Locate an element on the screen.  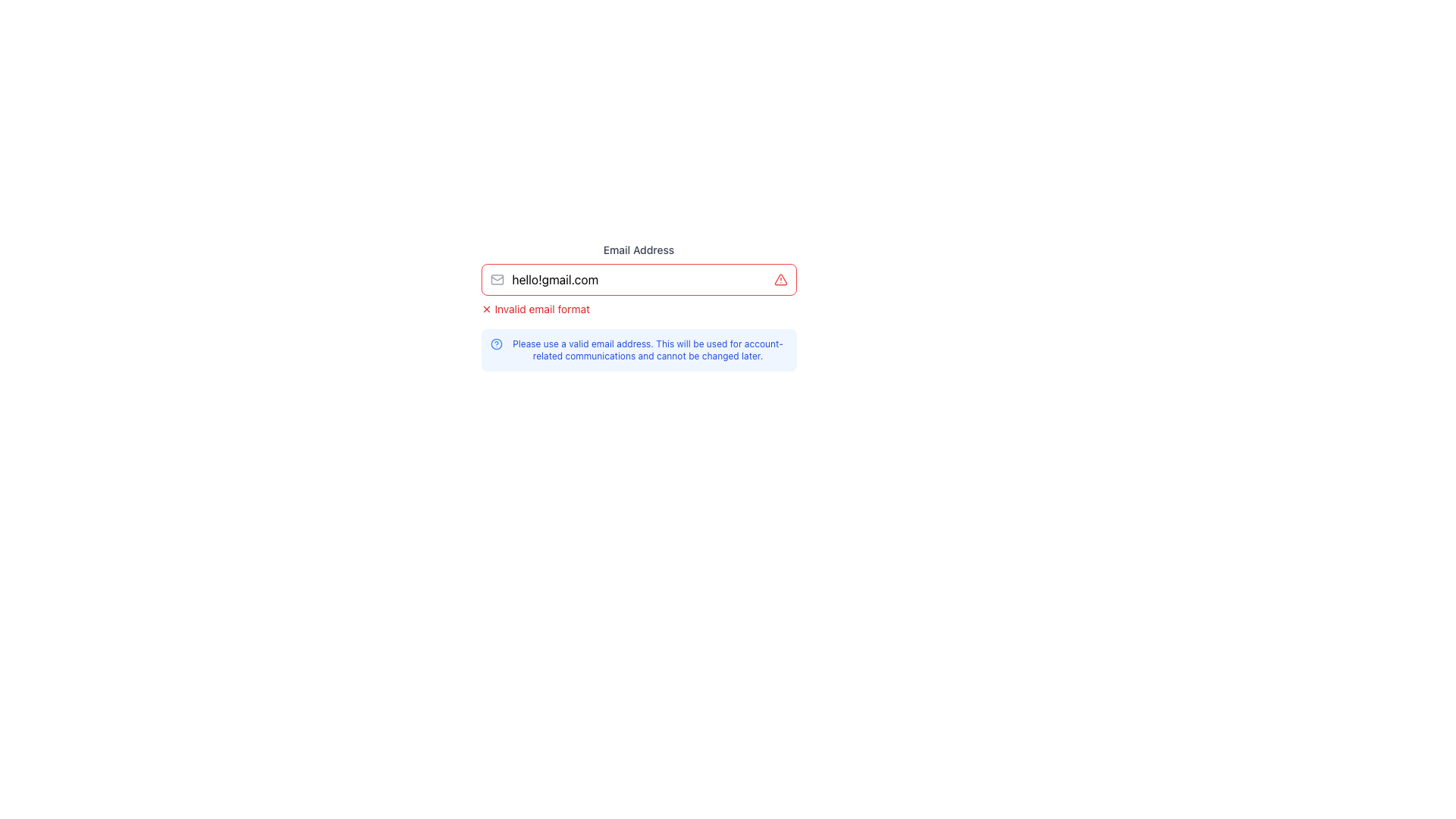
the red warning triangle icon that signifies an alert or error, which is positioned near the right end of an input box indicating an invalid email format is located at coordinates (780, 280).